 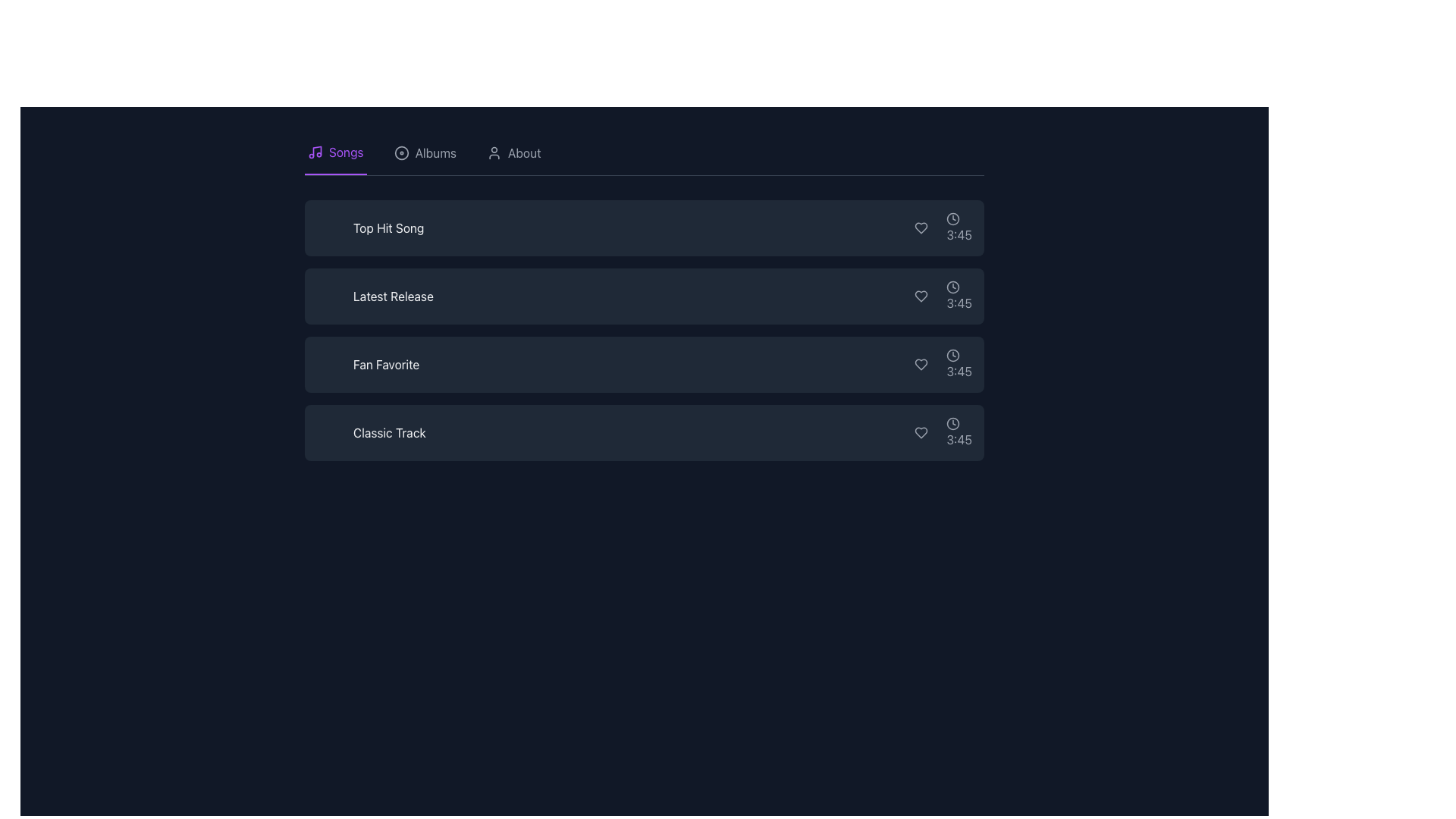 I want to click on the third instance of a duration display that is positioned to the far right in a horizontal arrangement within a list row, aligned with a clock icon to its left, so click(x=959, y=365).